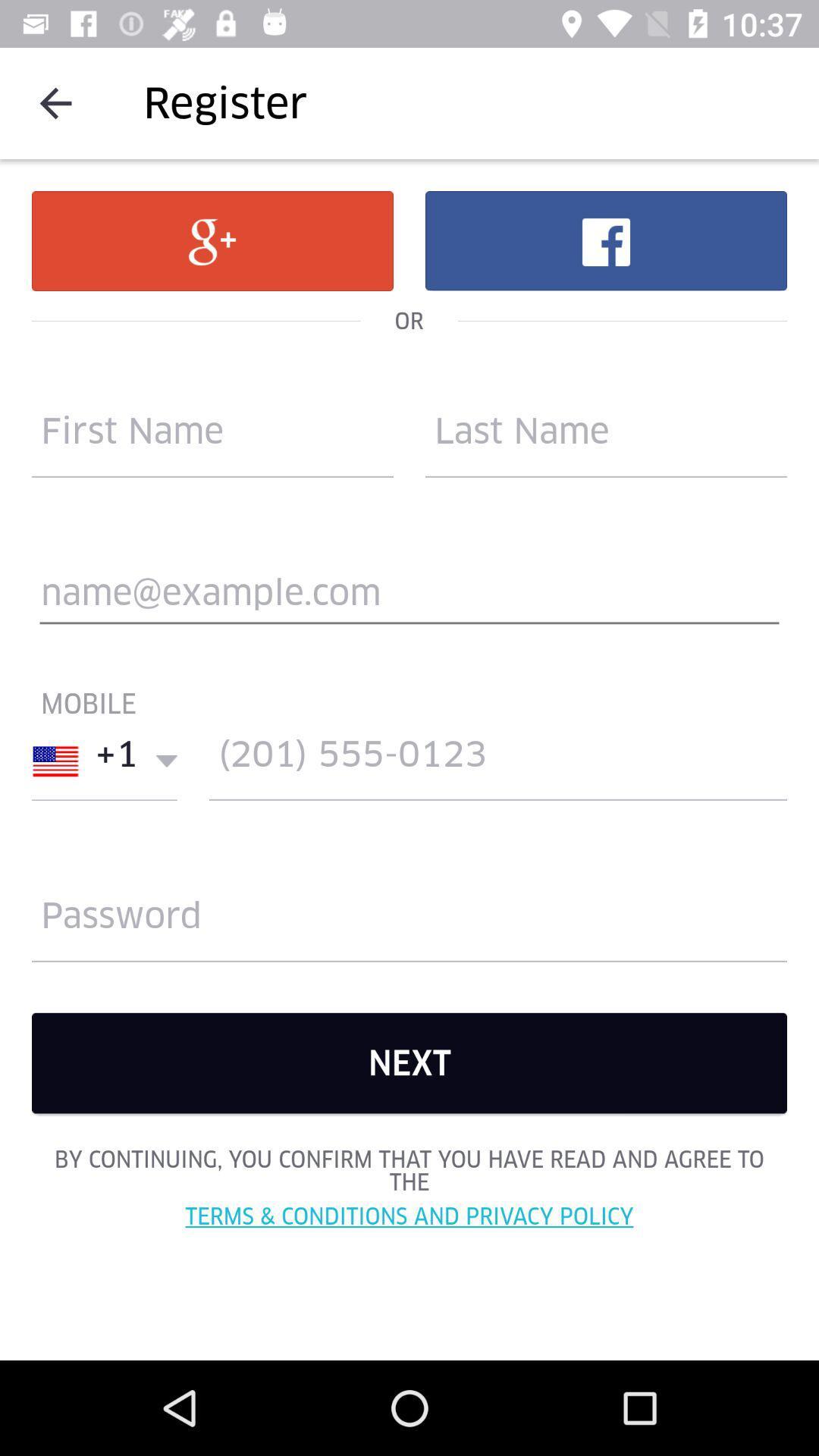  Describe the element at coordinates (497, 761) in the screenshot. I see `contact mobile no` at that location.